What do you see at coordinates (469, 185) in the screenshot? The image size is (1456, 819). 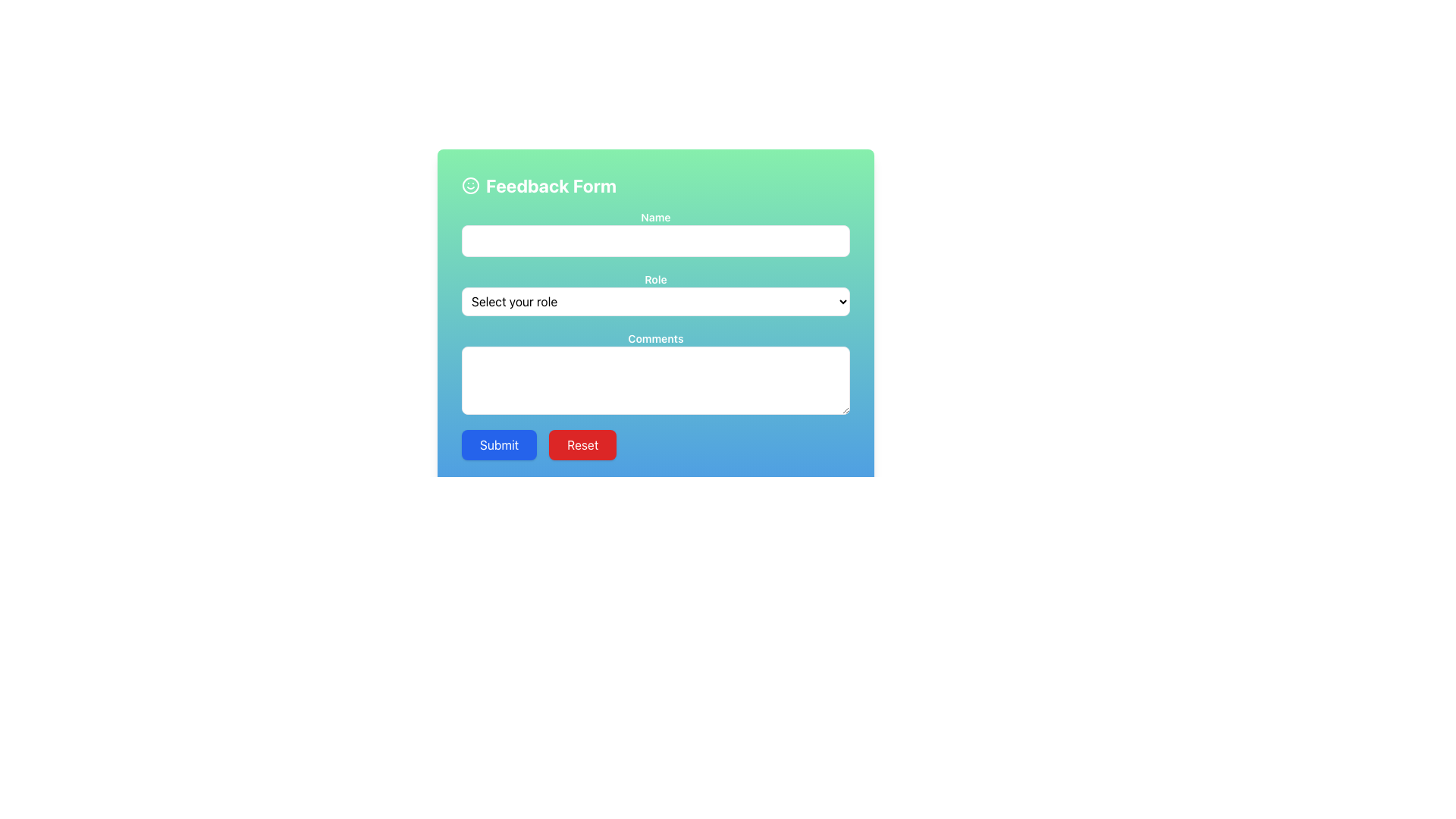 I see `the Circular SVG element that forms the outer boundary of the smiley face icon, which is located to the left of the 'Feedback Form' text` at bounding box center [469, 185].